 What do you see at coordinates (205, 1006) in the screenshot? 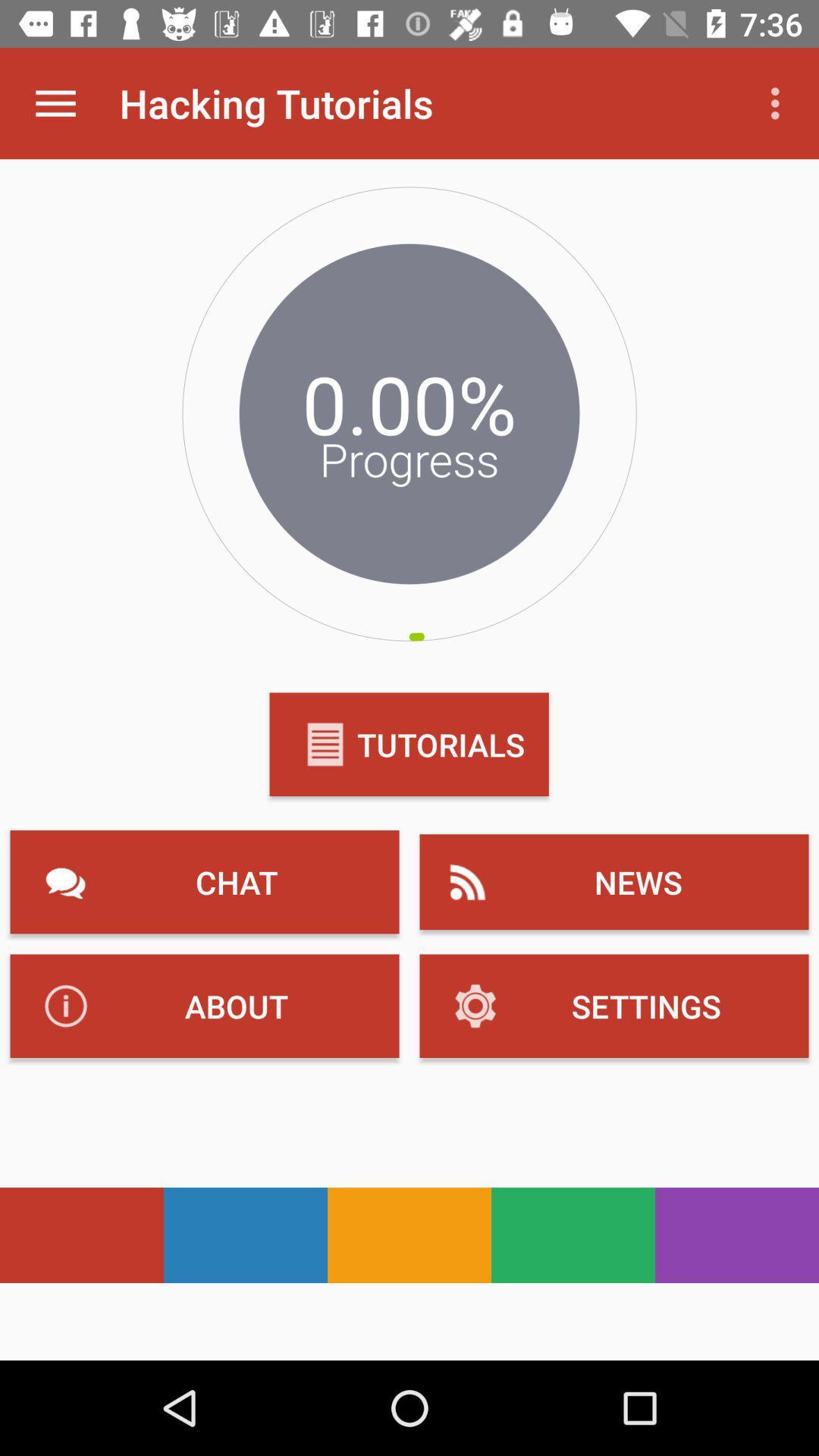
I see `the button which has the text about` at bounding box center [205, 1006].